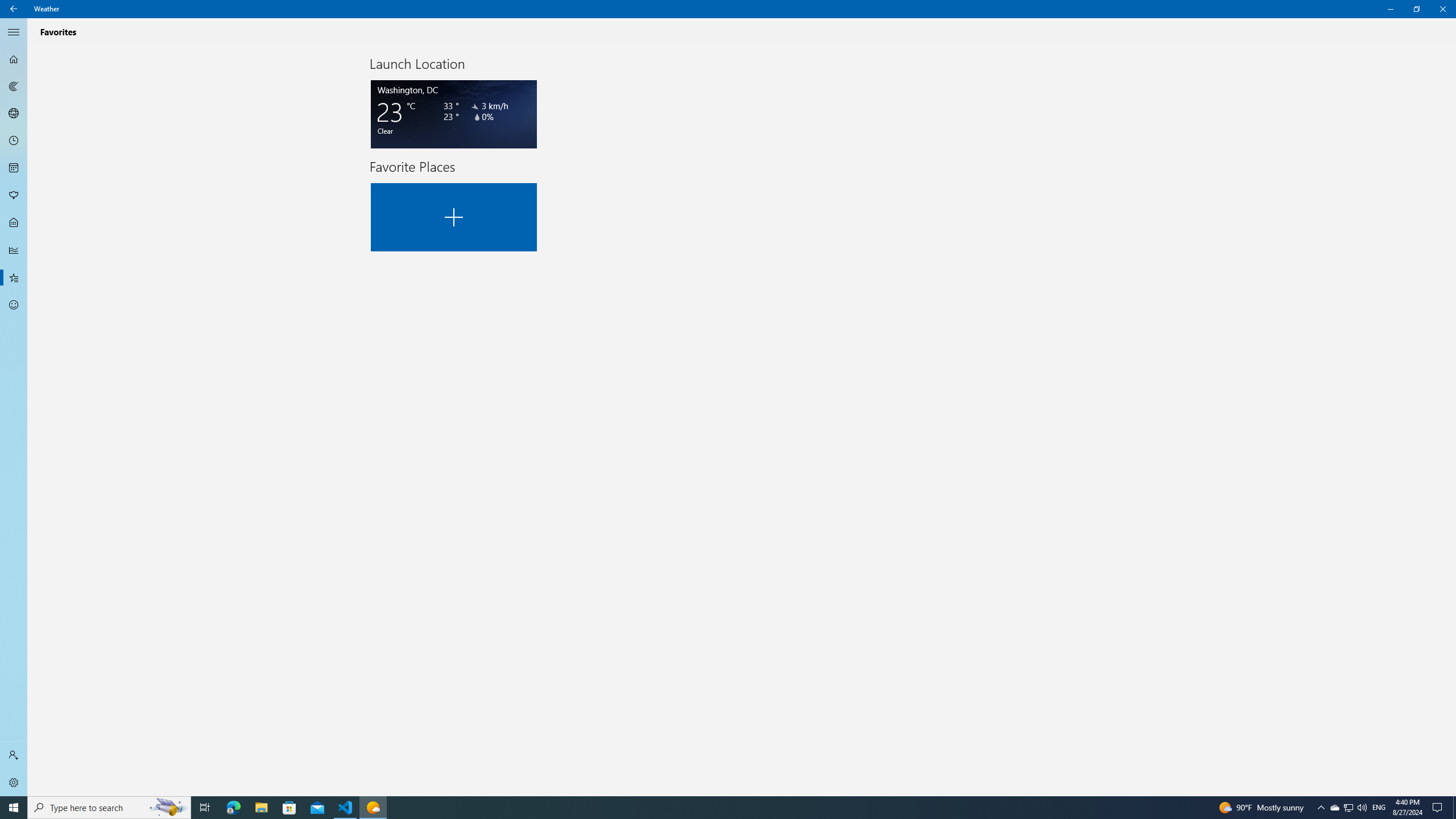 The width and height of the screenshot is (1456, 819). I want to click on 'Add to Favorites', so click(454, 217).